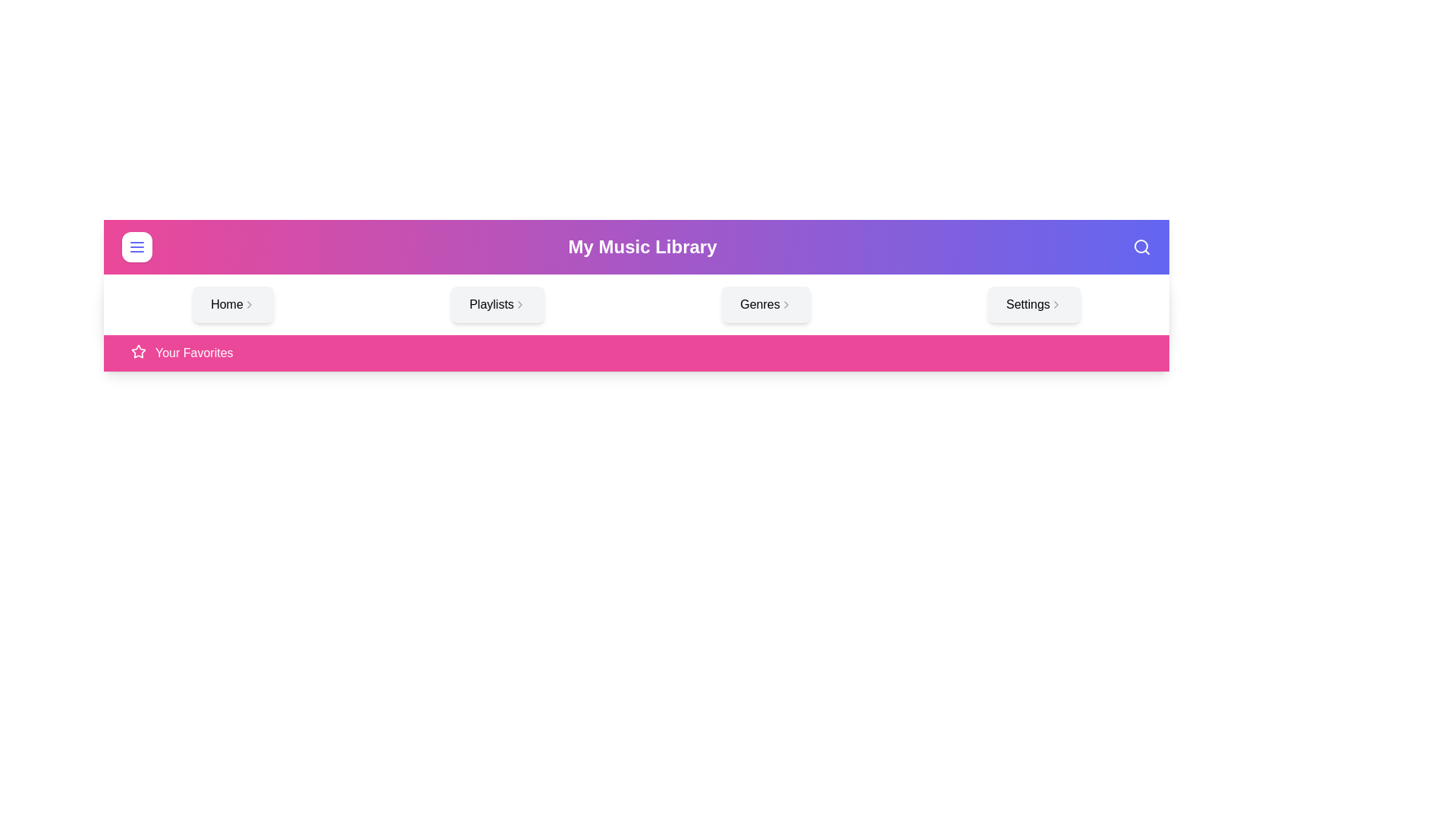  What do you see at coordinates (1142, 246) in the screenshot?
I see `the search icon in the app bar` at bounding box center [1142, 246].